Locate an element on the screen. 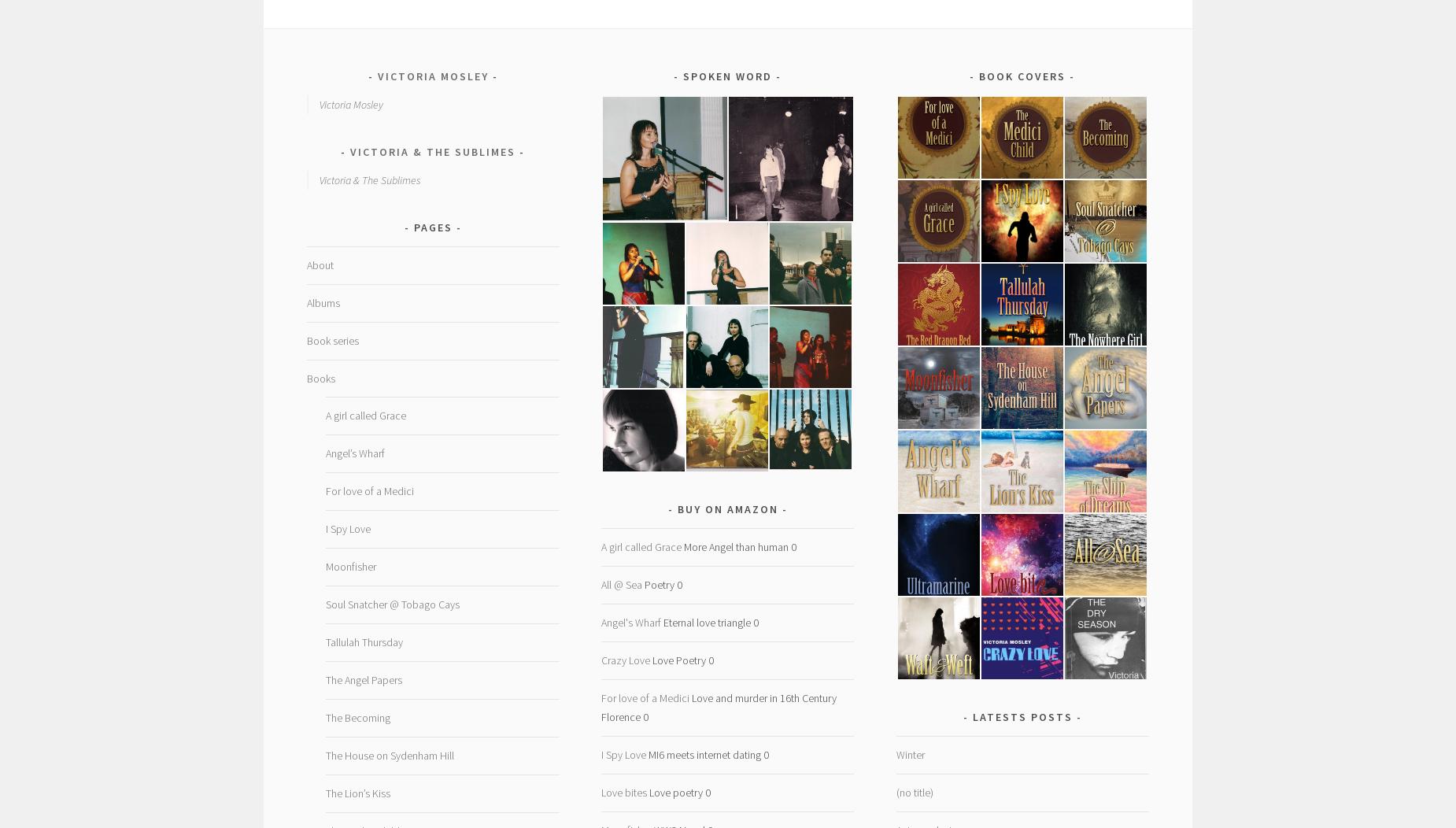 The width and height of the screenshot is (1456, 828). 'Latests posts' is located at coordinates (1021, 717).